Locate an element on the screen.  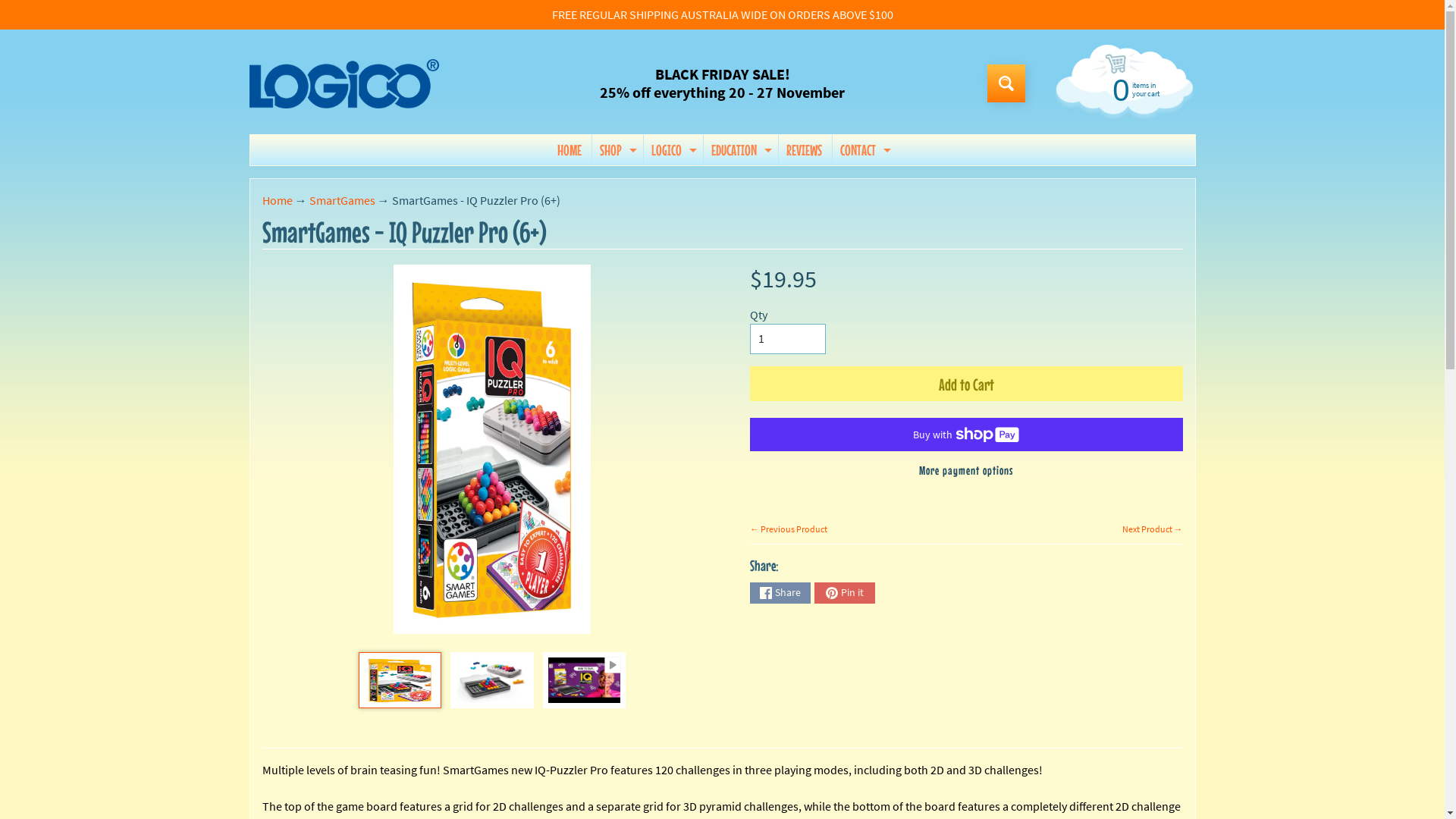
'HOME' is located at coordinates (568, 149).